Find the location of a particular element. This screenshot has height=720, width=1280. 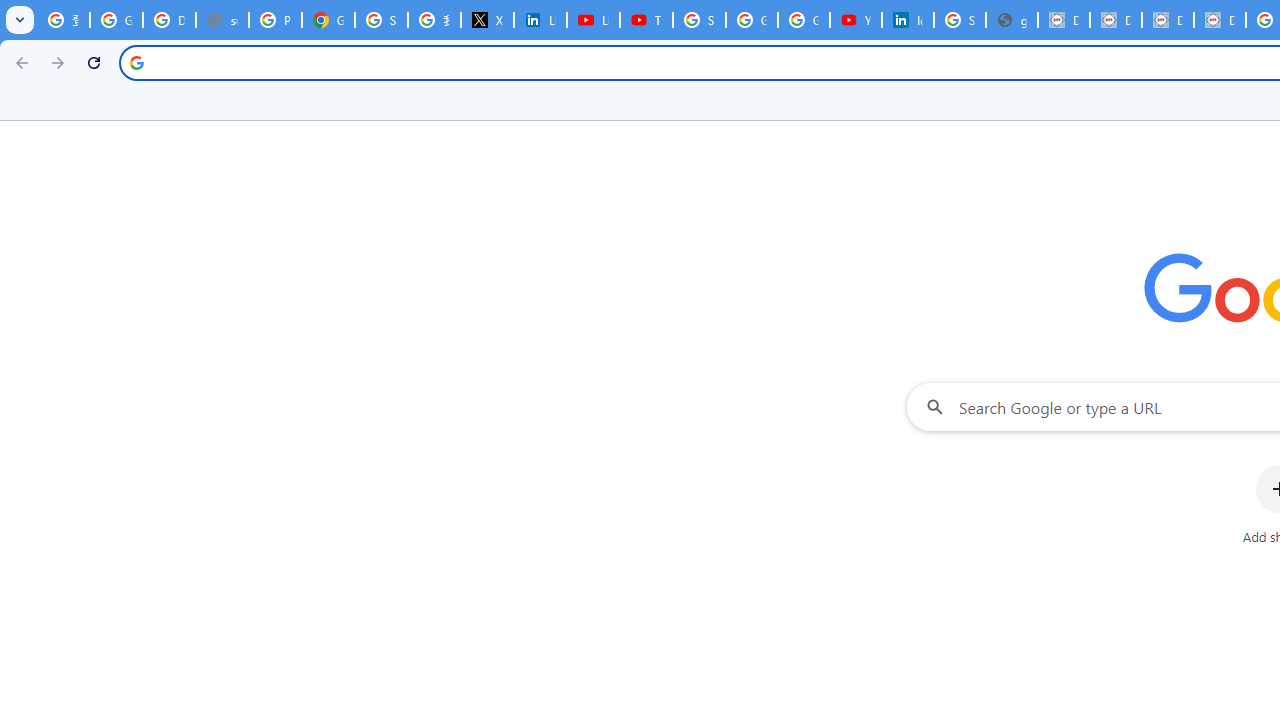

'google_privacy_policy_en.pdf' is located at coordinates (1011, 20).